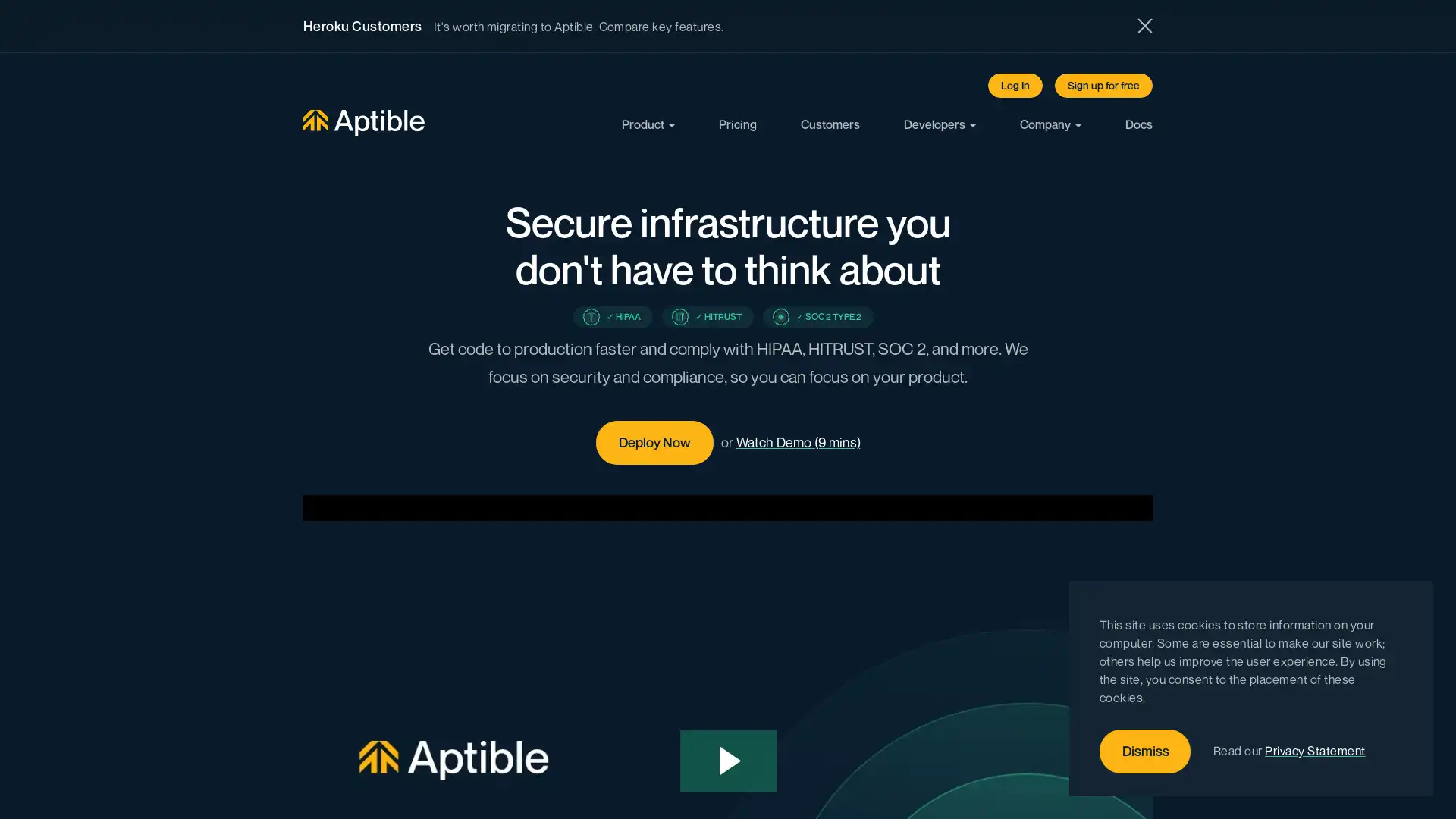  What do you see at coordinates (1103, 85) in the screenshot?
I see `Sign up for free` at bounding box center [1103, 85].